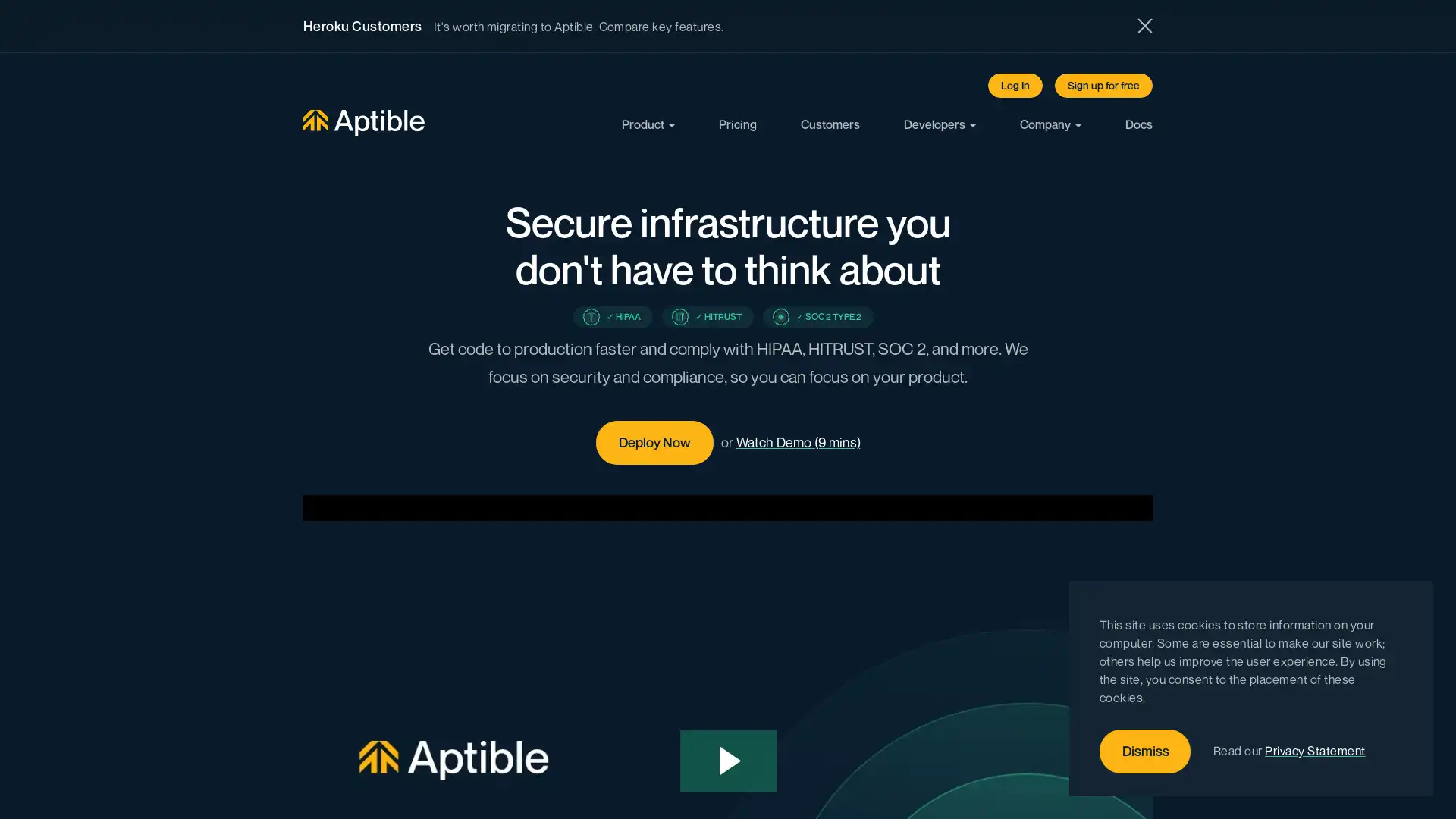  What do you see at coordinates (1103, 85) in the screenshot?
I see `Sign up for free` at bounding box center [1103, 85].